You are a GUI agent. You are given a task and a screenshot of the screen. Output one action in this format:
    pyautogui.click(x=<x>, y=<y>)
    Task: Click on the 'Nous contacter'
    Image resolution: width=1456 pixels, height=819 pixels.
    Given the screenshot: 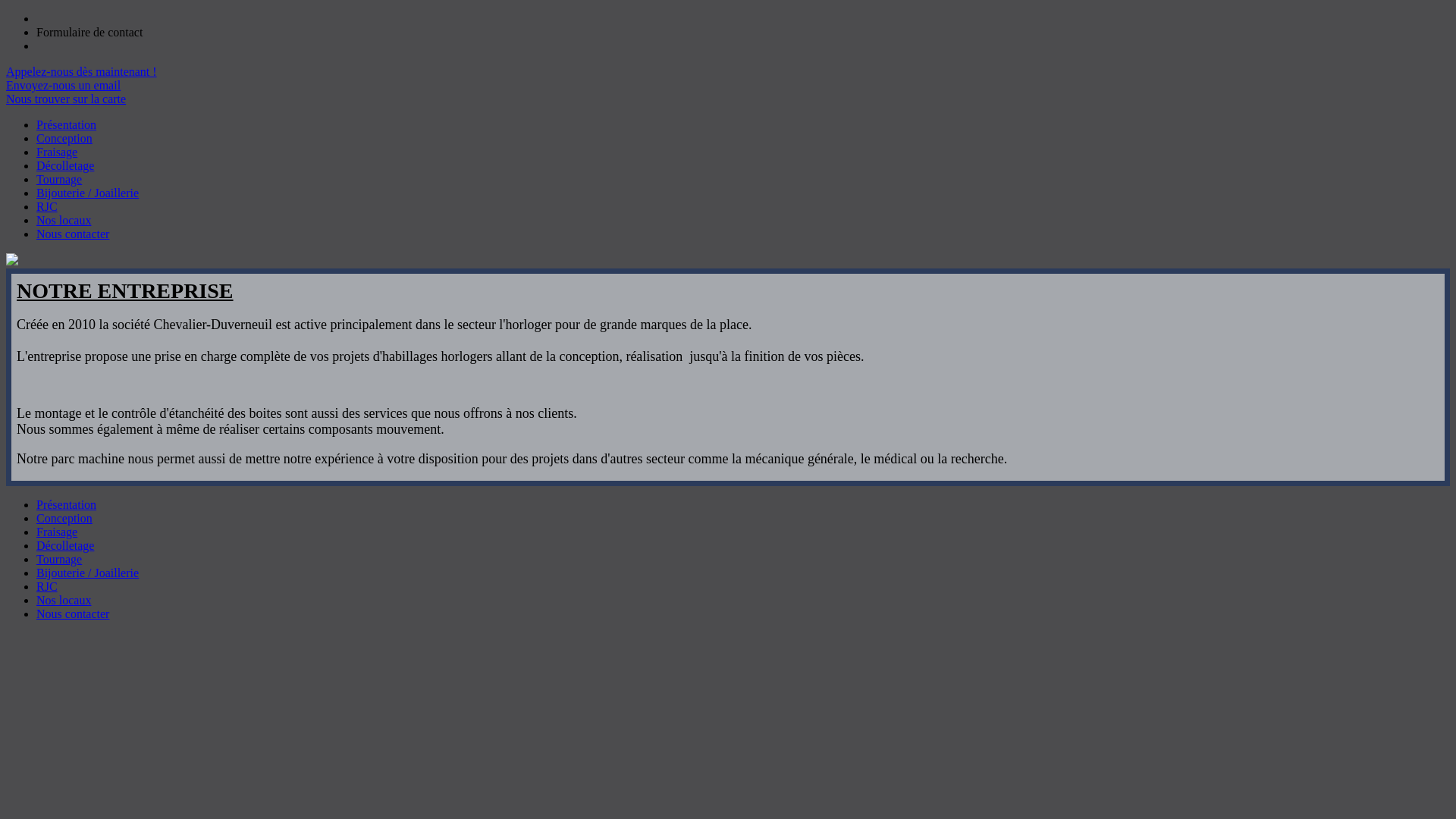 What is the action you would take?
    pyautogui.click(x=72, y=234)
    